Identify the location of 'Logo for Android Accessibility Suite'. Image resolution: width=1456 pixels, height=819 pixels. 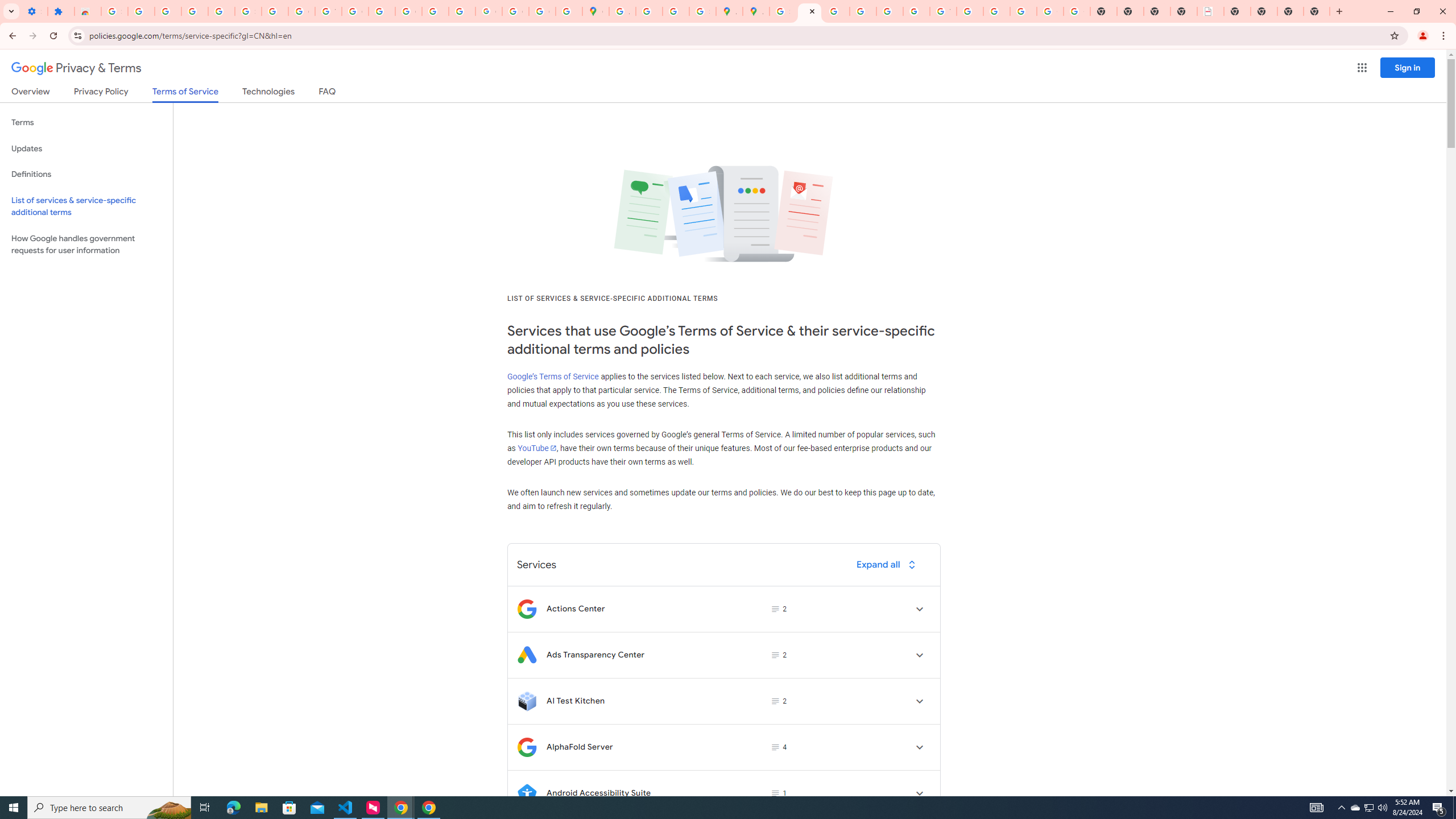
(526, 793).